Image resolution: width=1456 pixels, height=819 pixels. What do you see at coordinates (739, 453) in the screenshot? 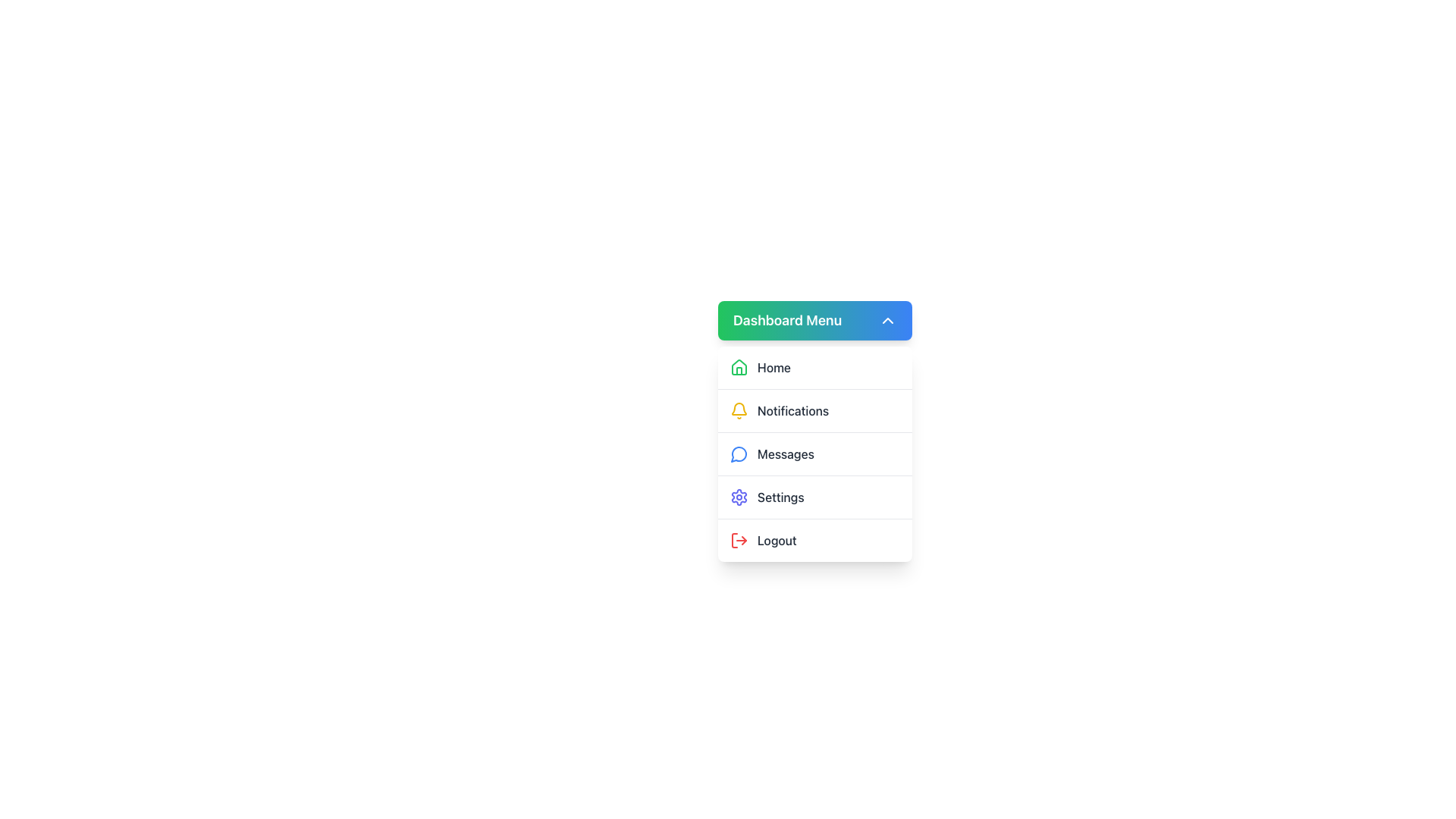
I see `the 'Messages' icon in the dropdown menu, which is visually represented by a blue-outlined icon to the left of the 'Messages' label, the third item in the list` at bounding box center [739, 453].